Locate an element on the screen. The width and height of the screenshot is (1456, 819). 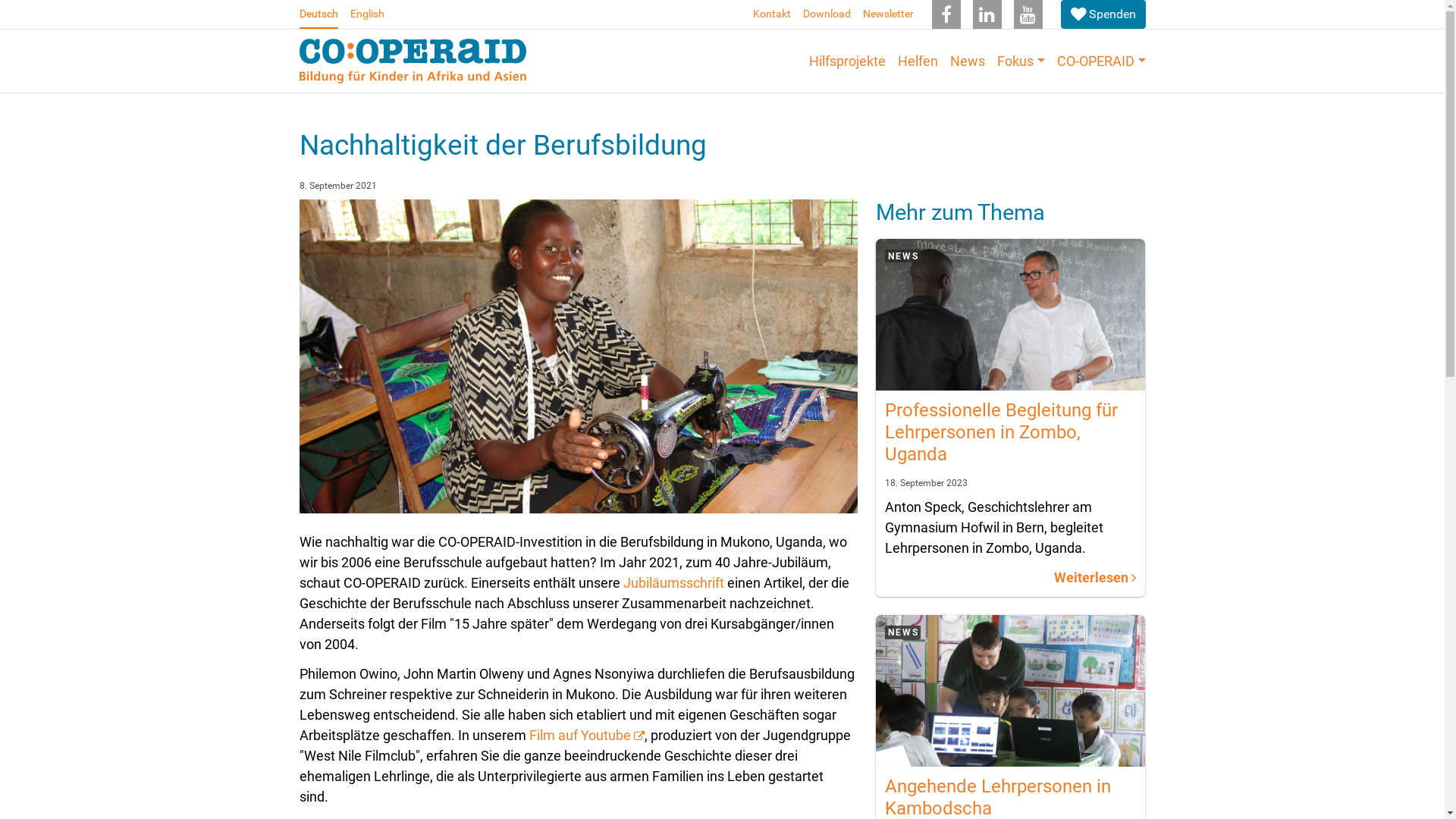
'Newsletter' is located at coordinates (888, 14).